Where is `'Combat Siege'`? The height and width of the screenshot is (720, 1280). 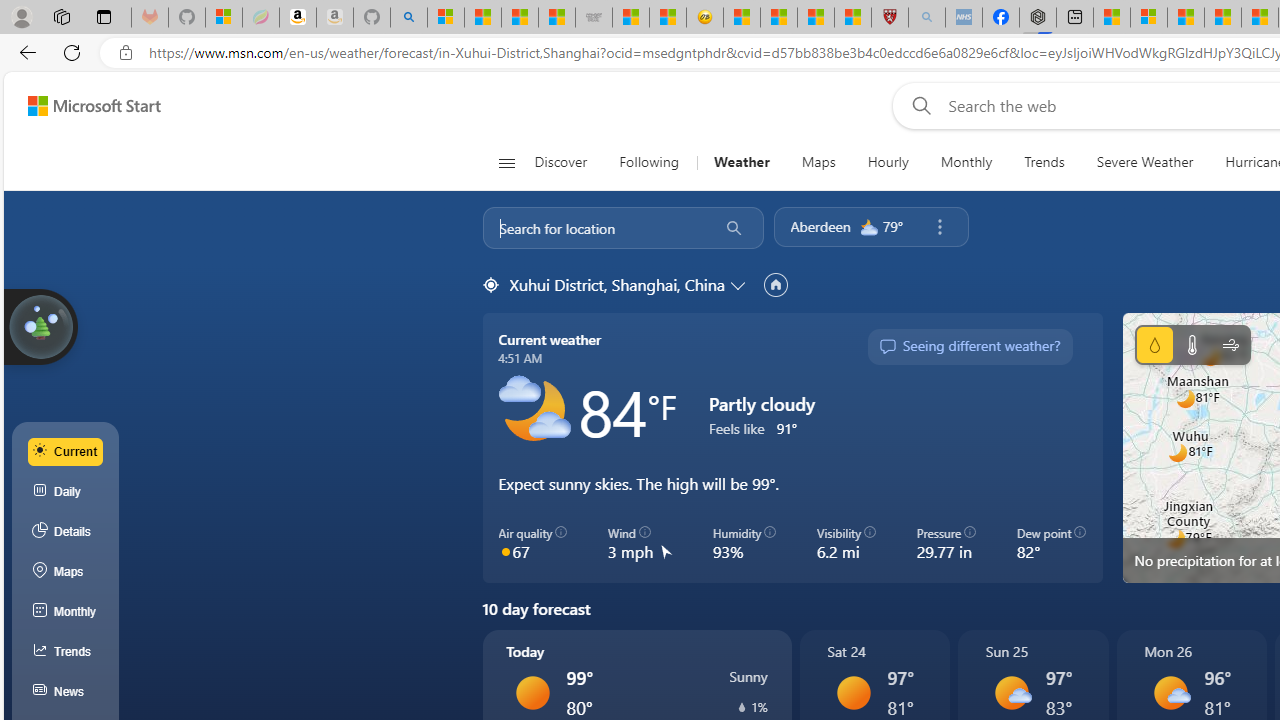
'Combat Siege' is located at coordinates (592, 17).